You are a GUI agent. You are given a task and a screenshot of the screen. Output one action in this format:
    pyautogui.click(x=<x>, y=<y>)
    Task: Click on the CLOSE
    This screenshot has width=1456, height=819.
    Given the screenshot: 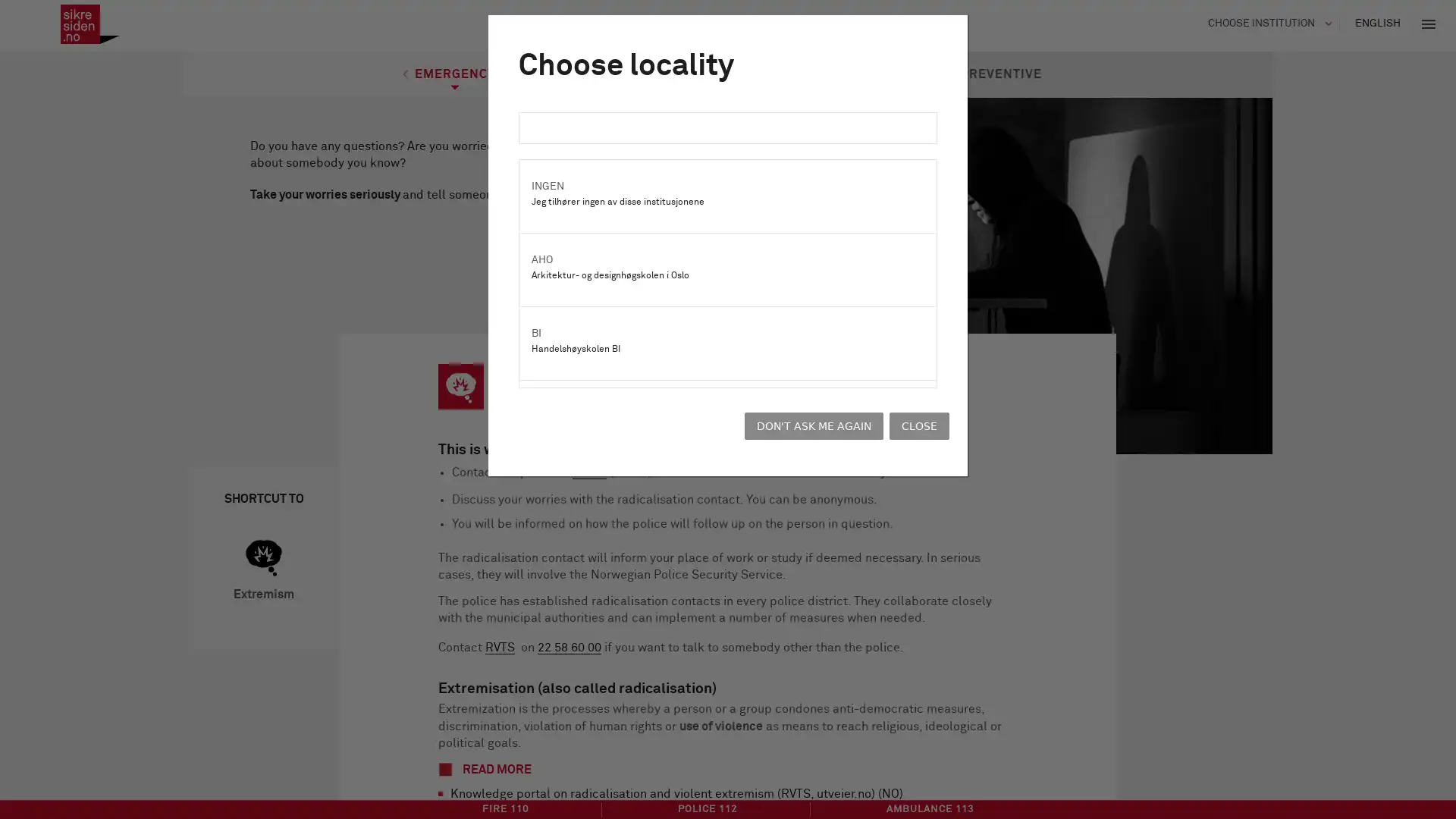 What is the action you would take?
    pyautogui.click(x=918, y=426)
    